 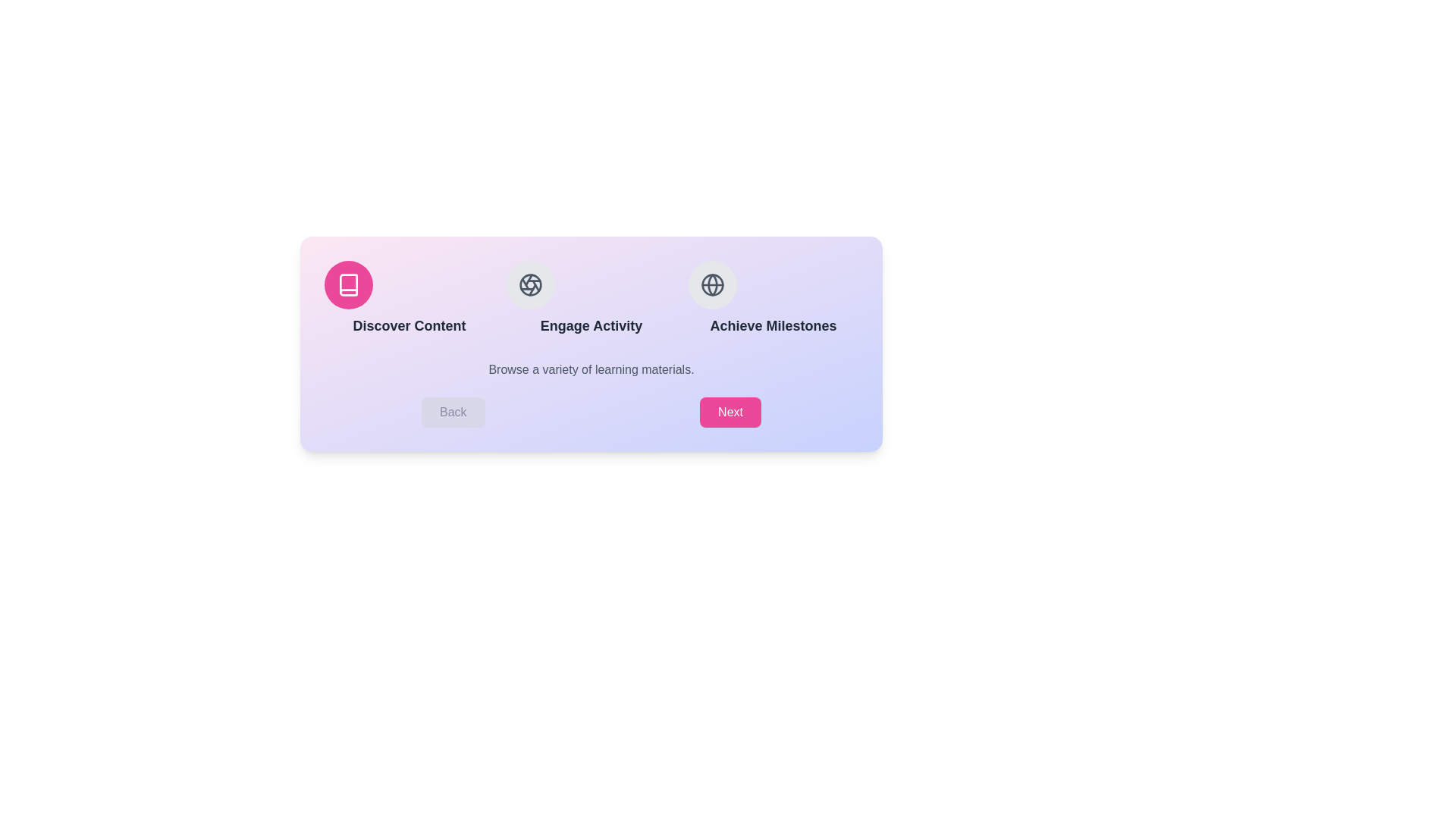 I want to click on 'Next' button to proceed to the next step, so click(x=730, y=412).